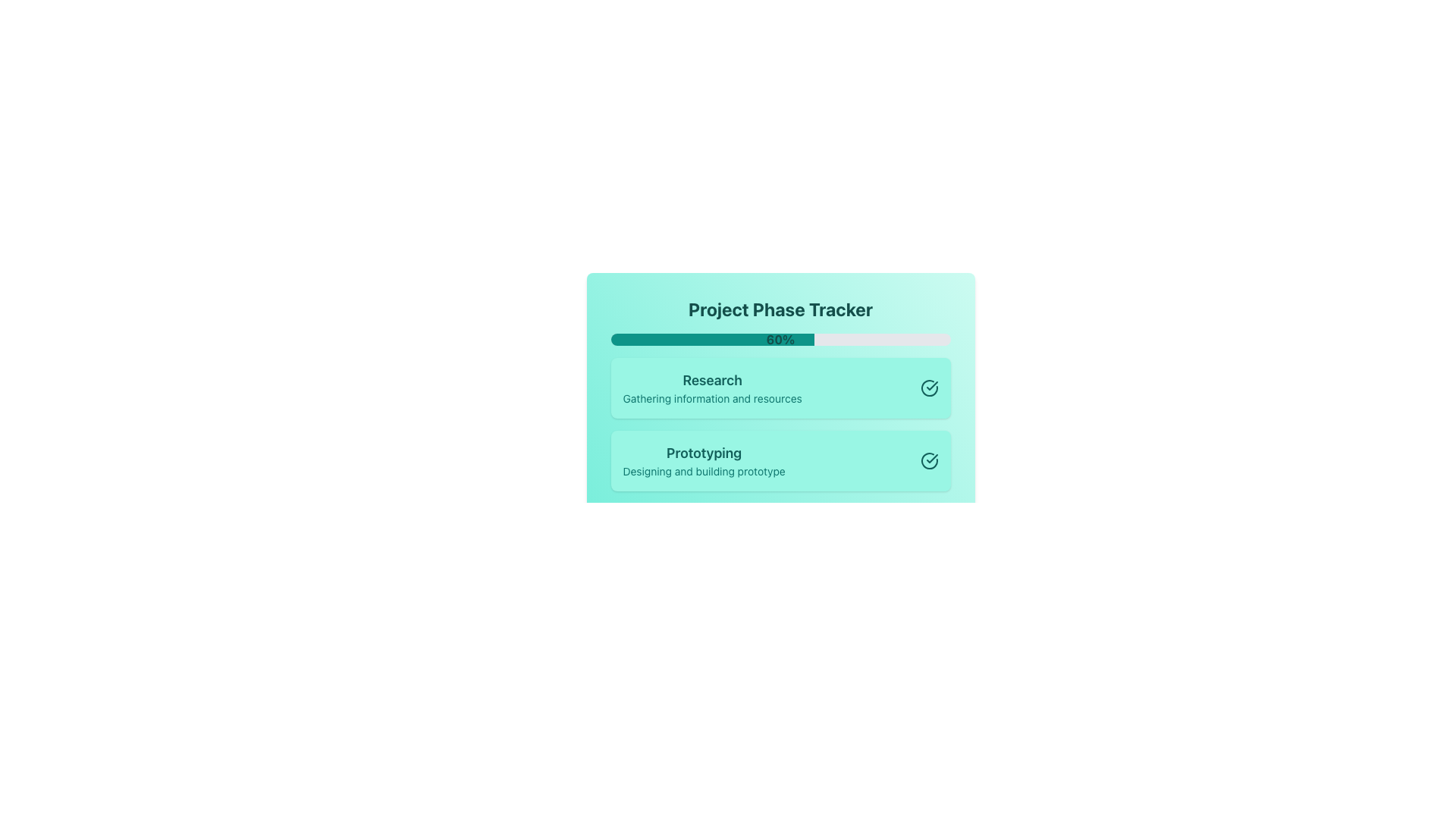  What do you see at coordinates (703, 452) in the screenshot?
I see `text of the 'Prototyping' label, which serves as a title in the project phase tracker, located in the second card under the 'Project Phase Tracker' heading` at bounding box center [703, 452].